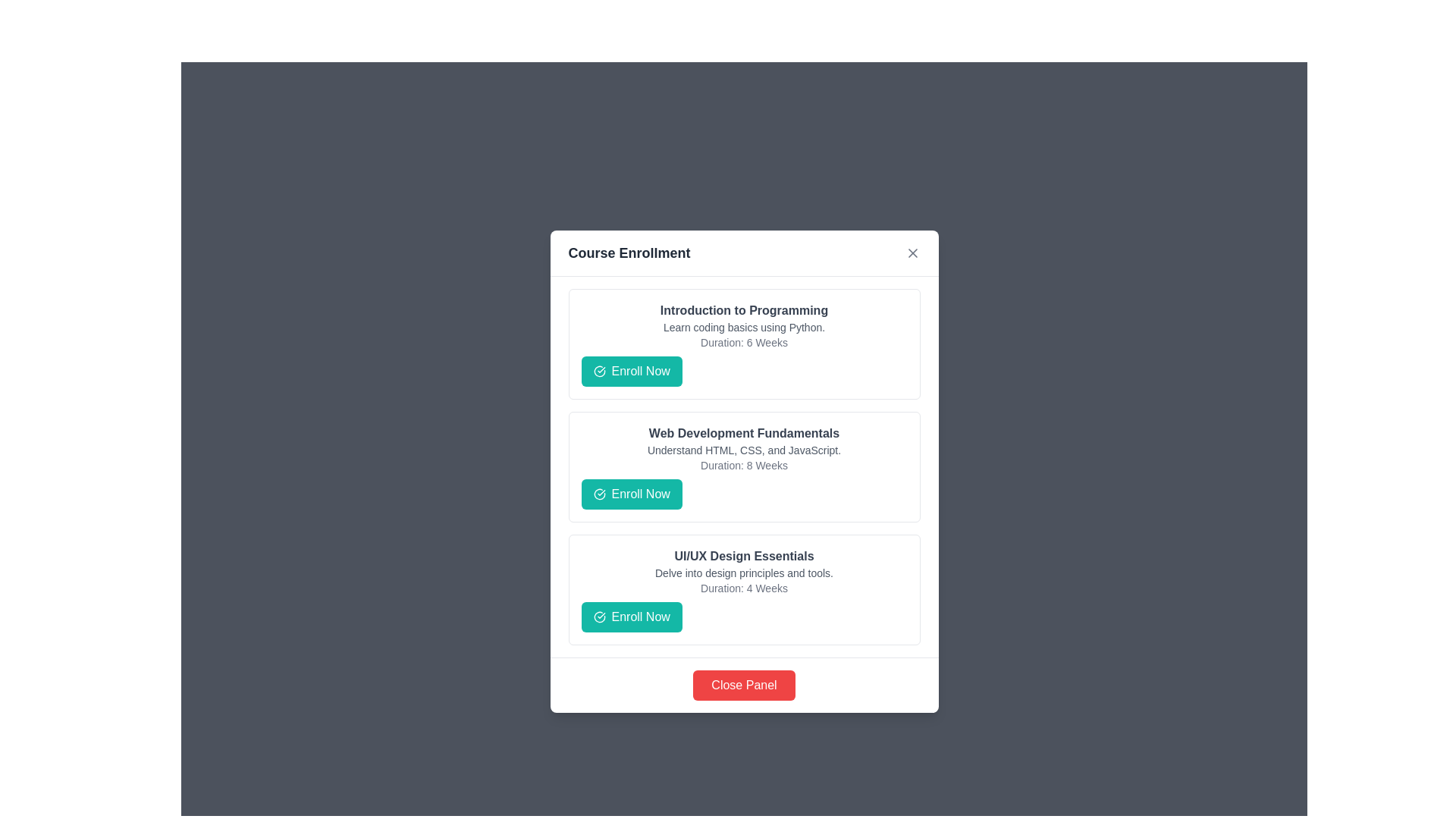  What do you see at coordinates (744, 344) in the screenshot?
I see `course information displayed on the topmost Information Card in the Course Enrollment modal, which includes the course title, brief description, and duration` at bounding box center [744, 344].